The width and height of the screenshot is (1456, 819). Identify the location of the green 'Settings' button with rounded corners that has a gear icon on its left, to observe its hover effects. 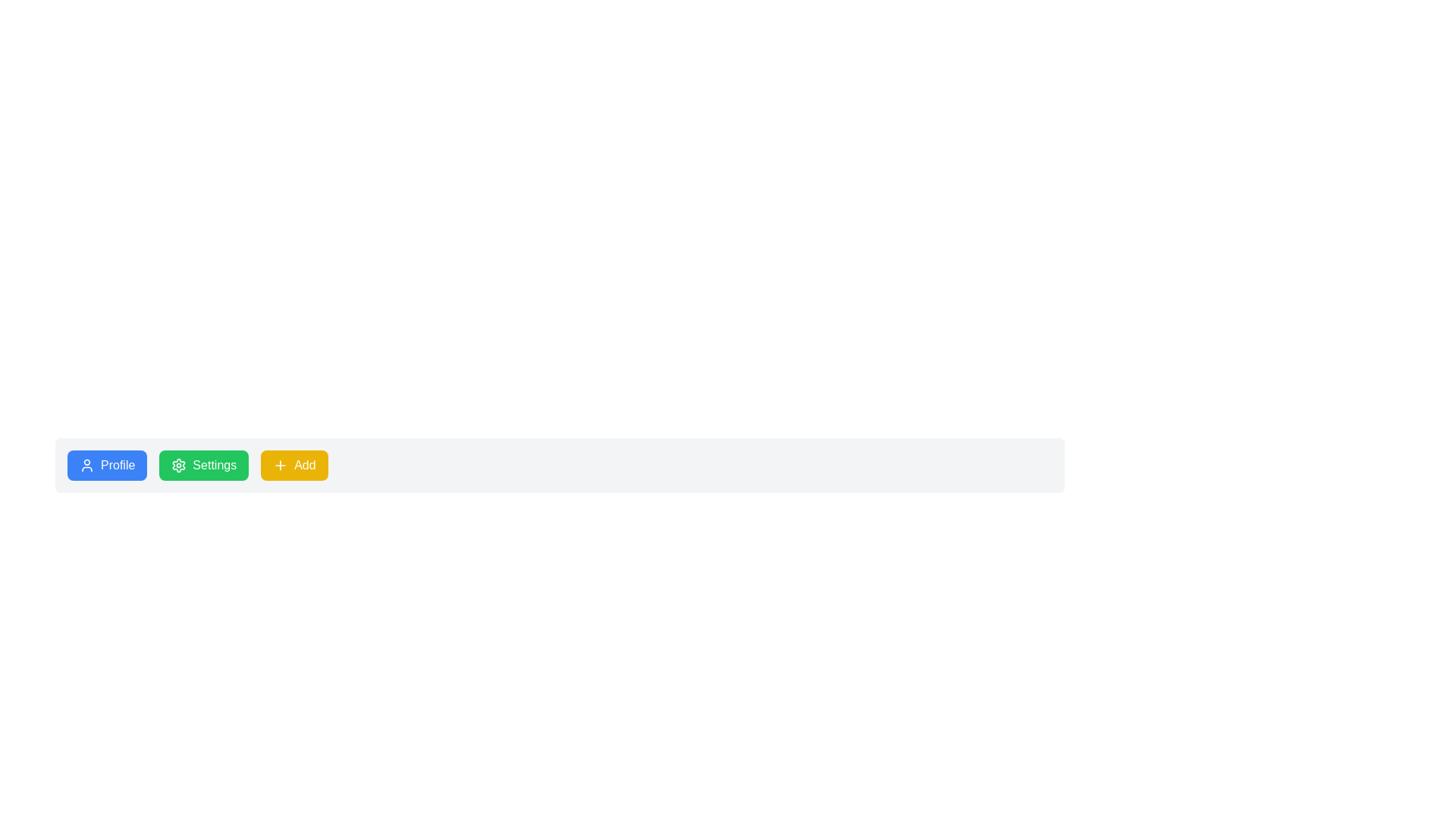
(203, 464).